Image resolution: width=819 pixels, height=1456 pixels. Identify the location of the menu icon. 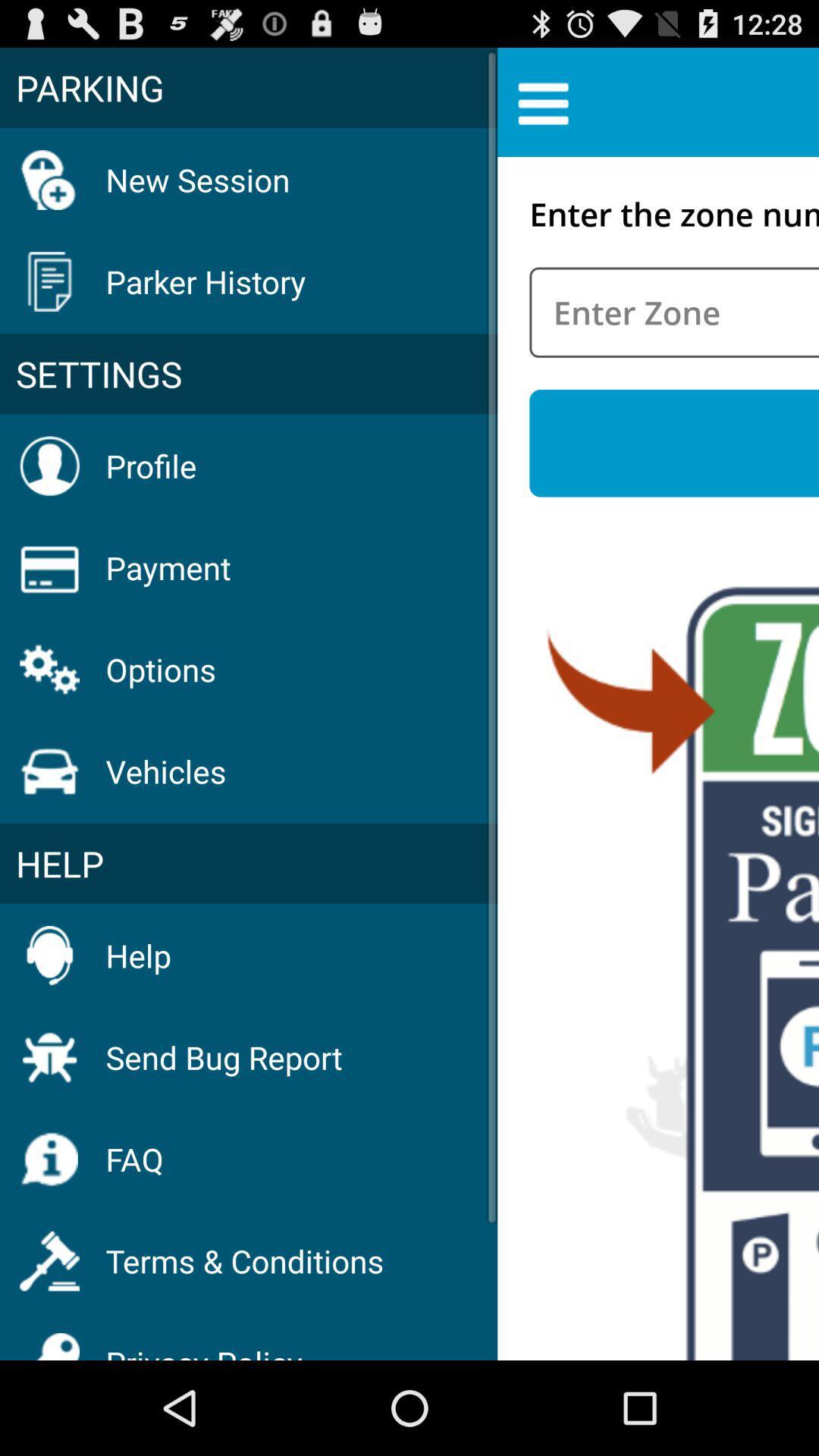
(542, 108).